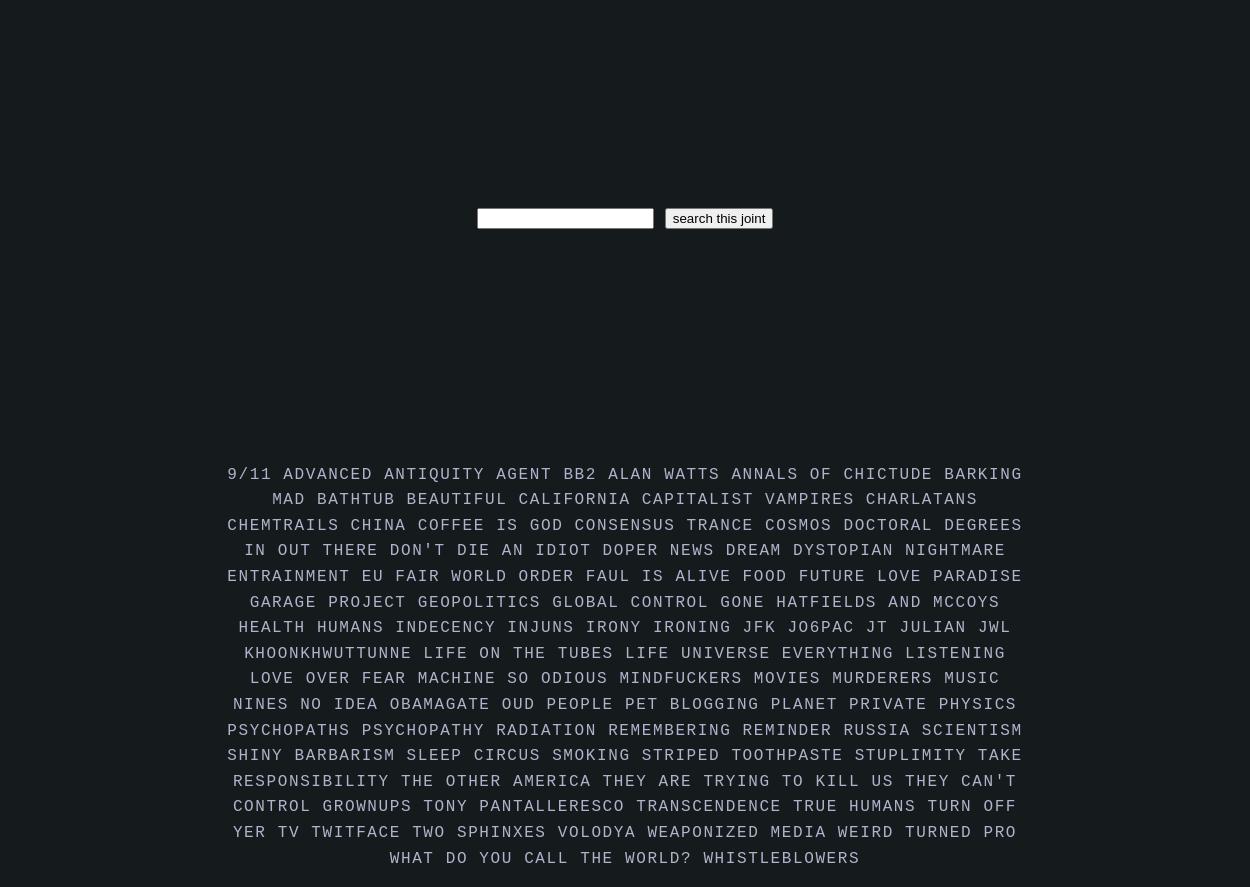 The width and height of the screenshot is (1250, 887). I want to click on 'mindfuckers', so click(686, 677).